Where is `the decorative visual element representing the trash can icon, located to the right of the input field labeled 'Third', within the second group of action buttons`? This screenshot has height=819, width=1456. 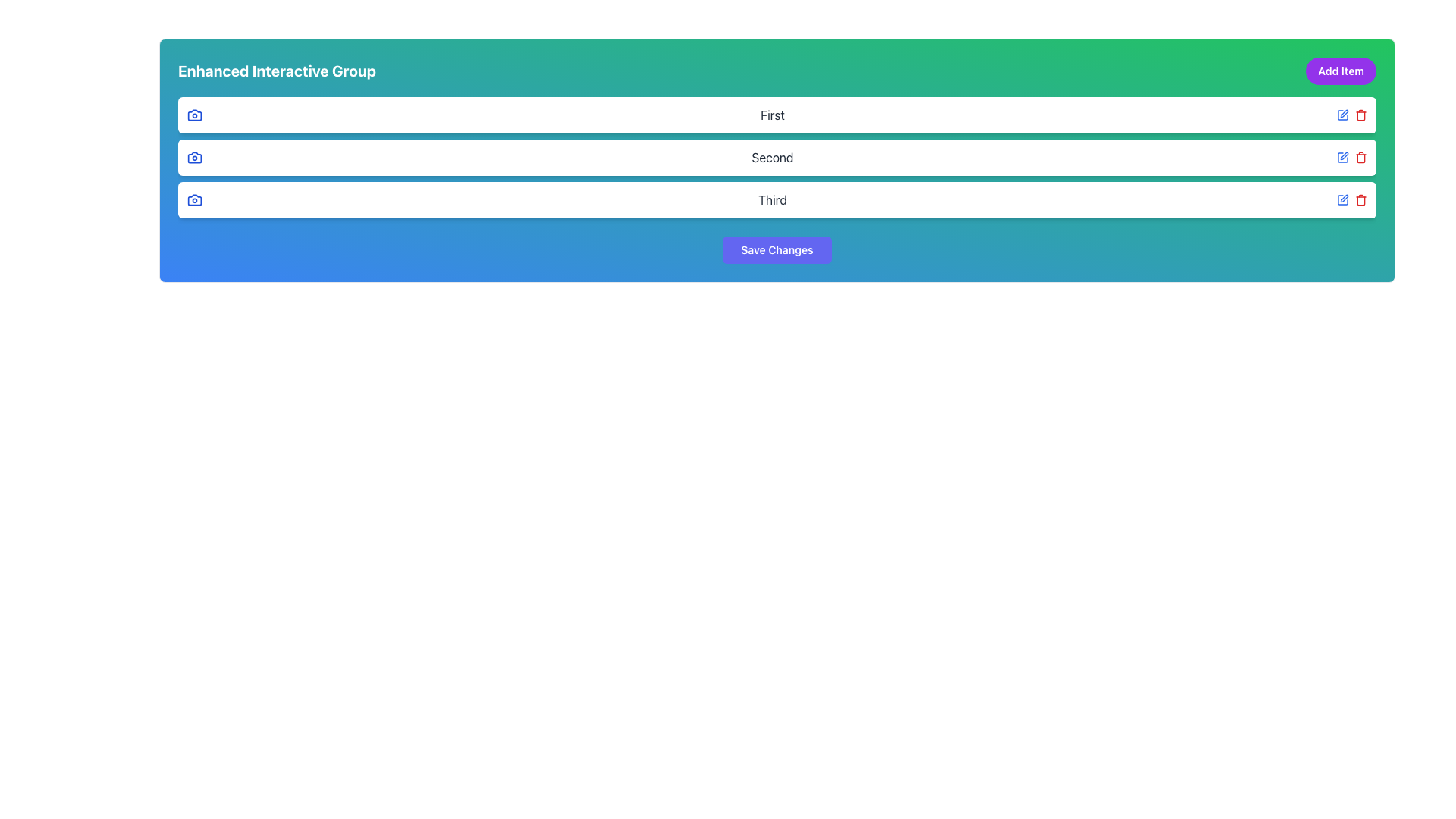
the decorative visual element representing the trash can icon, located to the right of the input field labeled 'Third', within the second group of action buttons is located at coordinates (1361, 115).